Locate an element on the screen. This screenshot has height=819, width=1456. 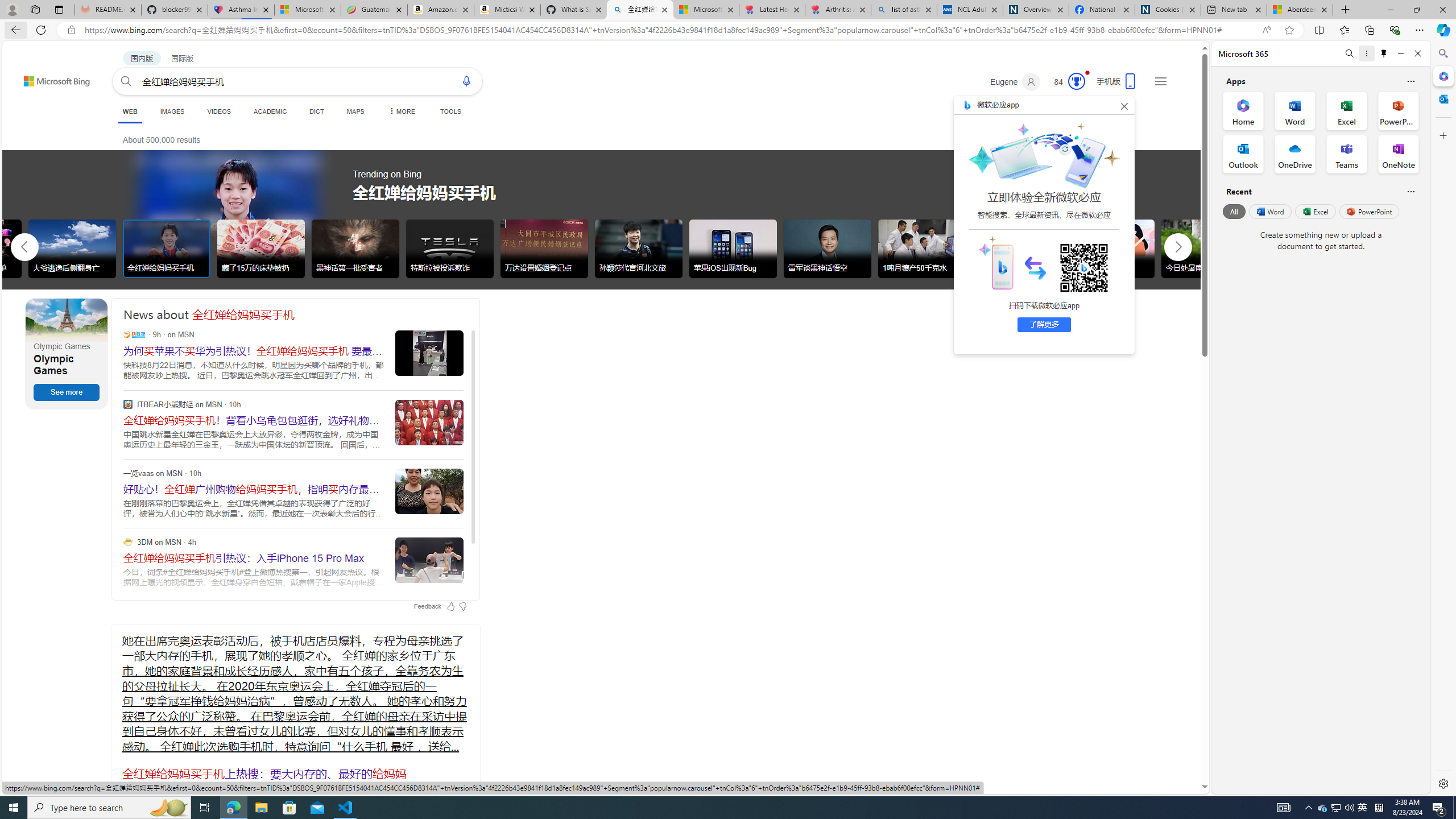
'Feedback Like' is located at coordinates (450, 606).